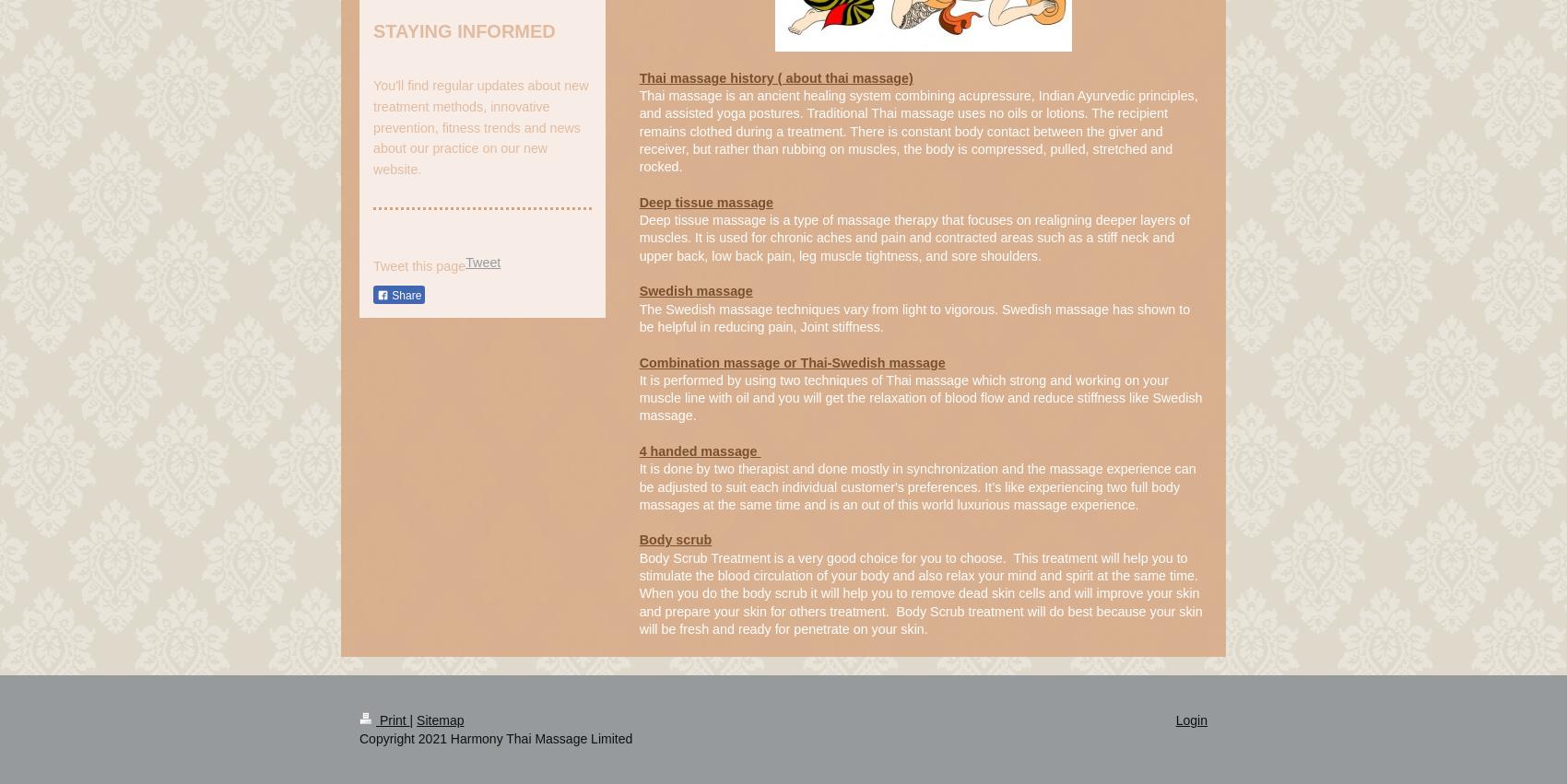 Image resolution: width=1567 pixels, height=784 pixels. I want to click on '|', so click(411, 719).